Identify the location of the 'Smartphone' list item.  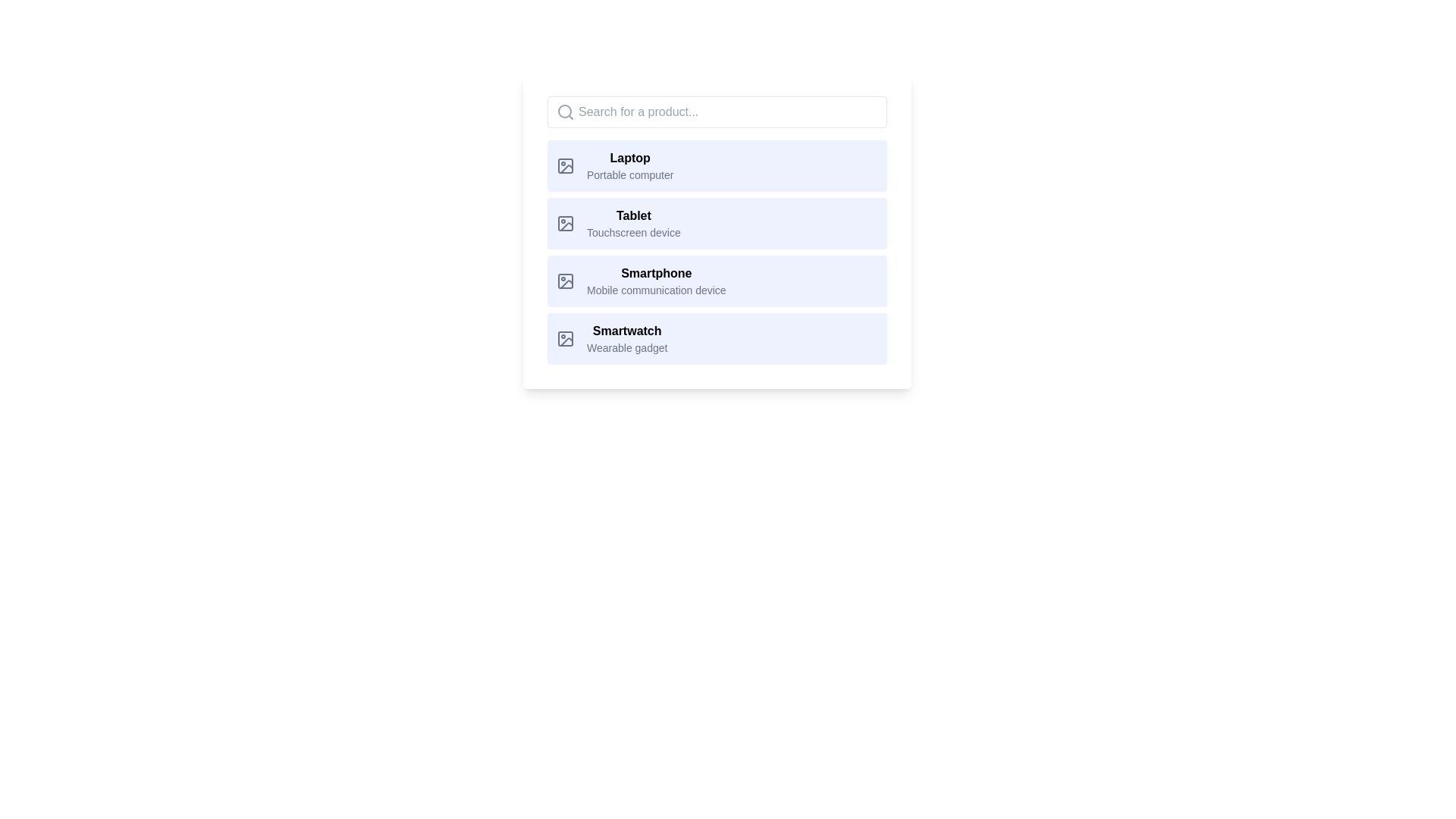
(716, 281).